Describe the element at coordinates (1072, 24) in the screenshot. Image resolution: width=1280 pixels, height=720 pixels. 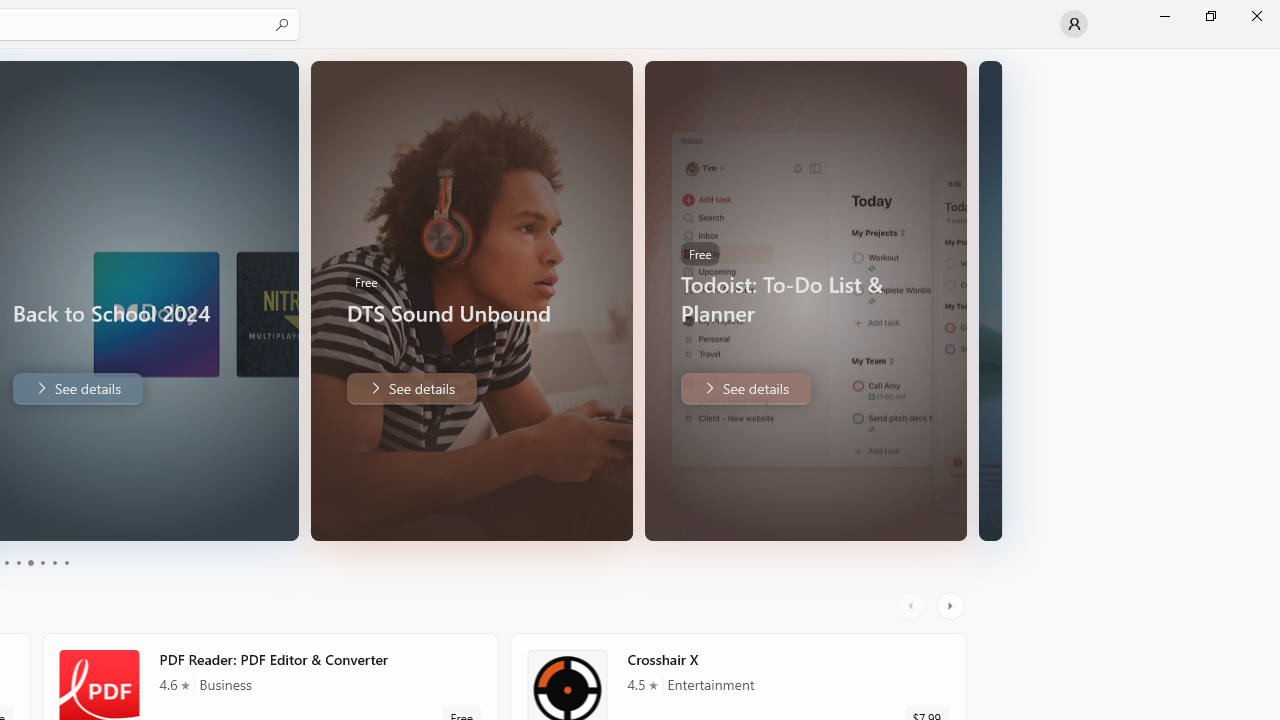
I see `'User profile'` at that location.